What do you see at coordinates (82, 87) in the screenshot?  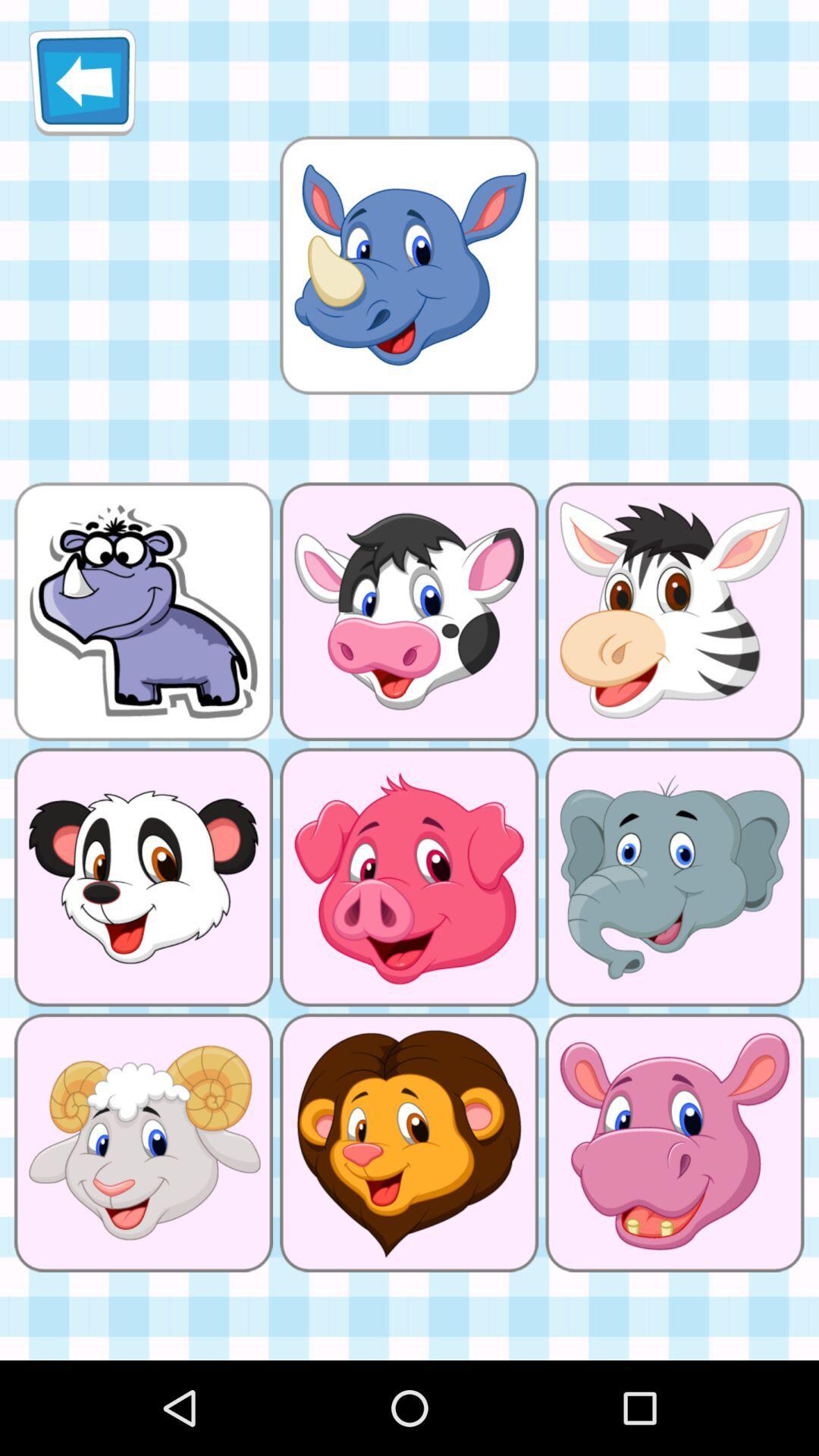 I see `the arrow_backward icon` at bounding box center [82, 87].